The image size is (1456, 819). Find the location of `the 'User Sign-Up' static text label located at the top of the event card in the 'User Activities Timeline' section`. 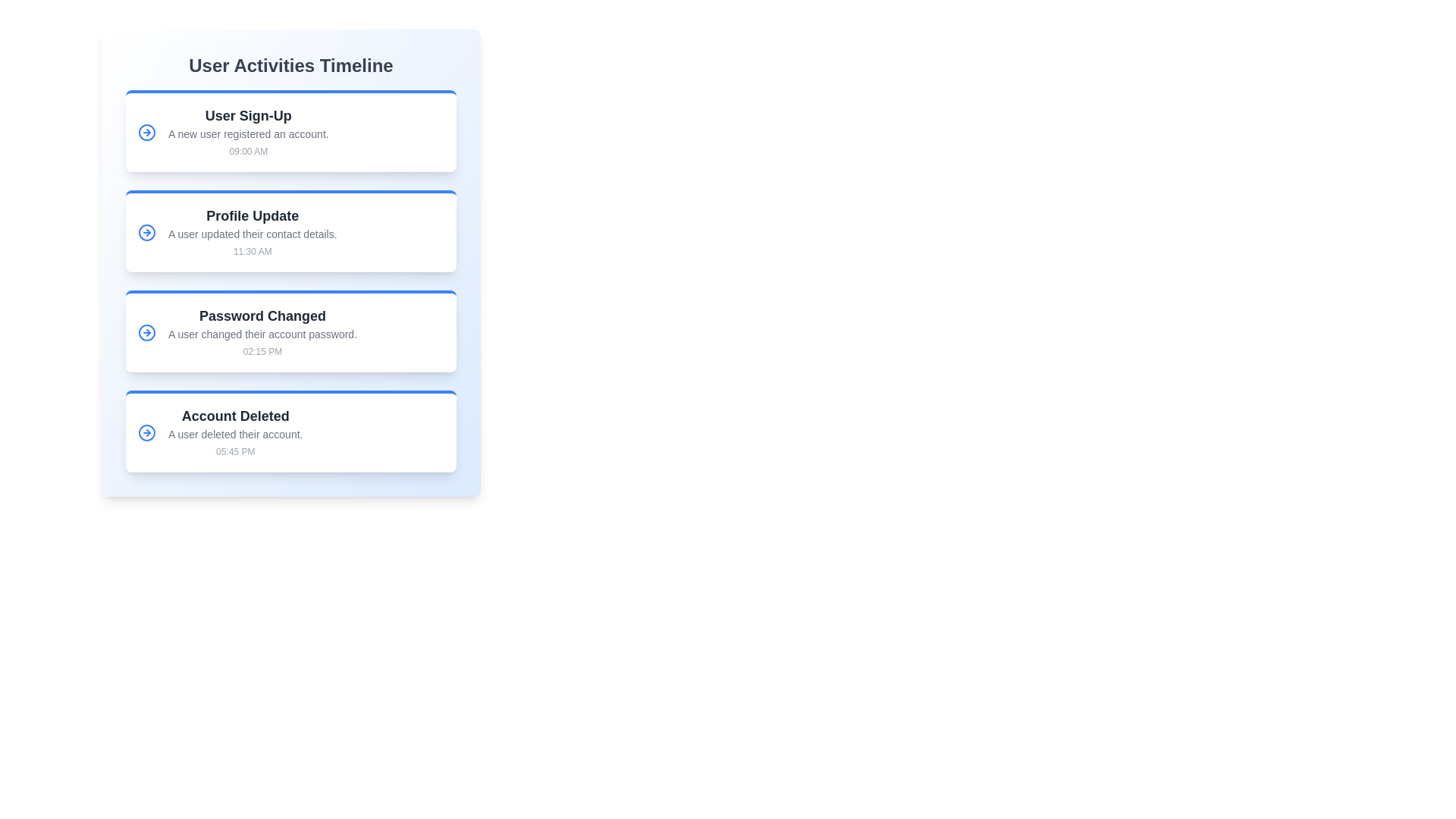

the 'User Sign-Up' static text label located at the top of the event card in the 'User Activities Timeline' section is located at coordinates (248, 115).